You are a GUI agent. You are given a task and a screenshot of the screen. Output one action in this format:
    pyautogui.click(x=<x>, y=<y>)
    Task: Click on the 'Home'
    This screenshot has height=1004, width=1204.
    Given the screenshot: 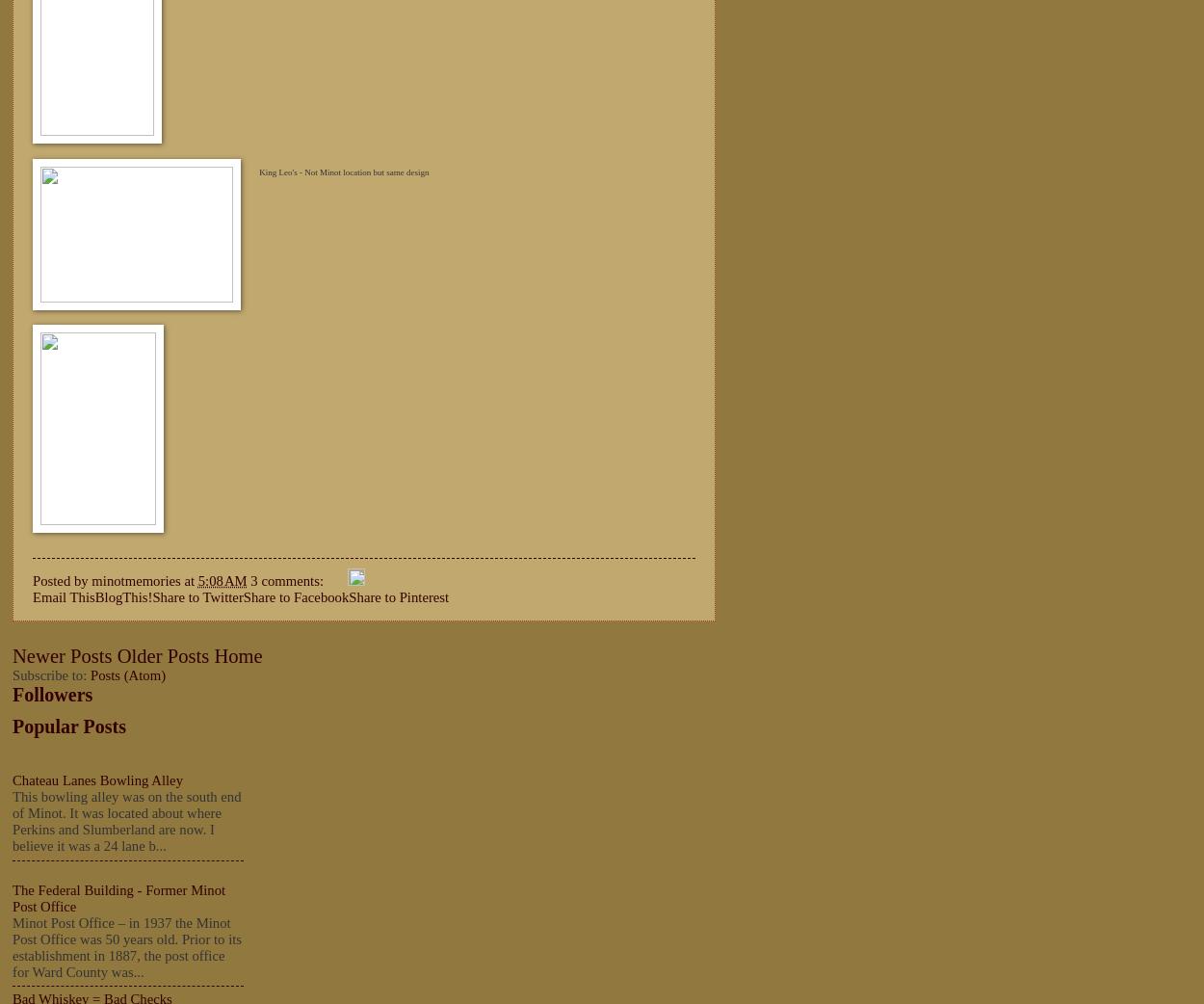 What is the action you would take?
    pyautogui.click(x=237, y=655)
    